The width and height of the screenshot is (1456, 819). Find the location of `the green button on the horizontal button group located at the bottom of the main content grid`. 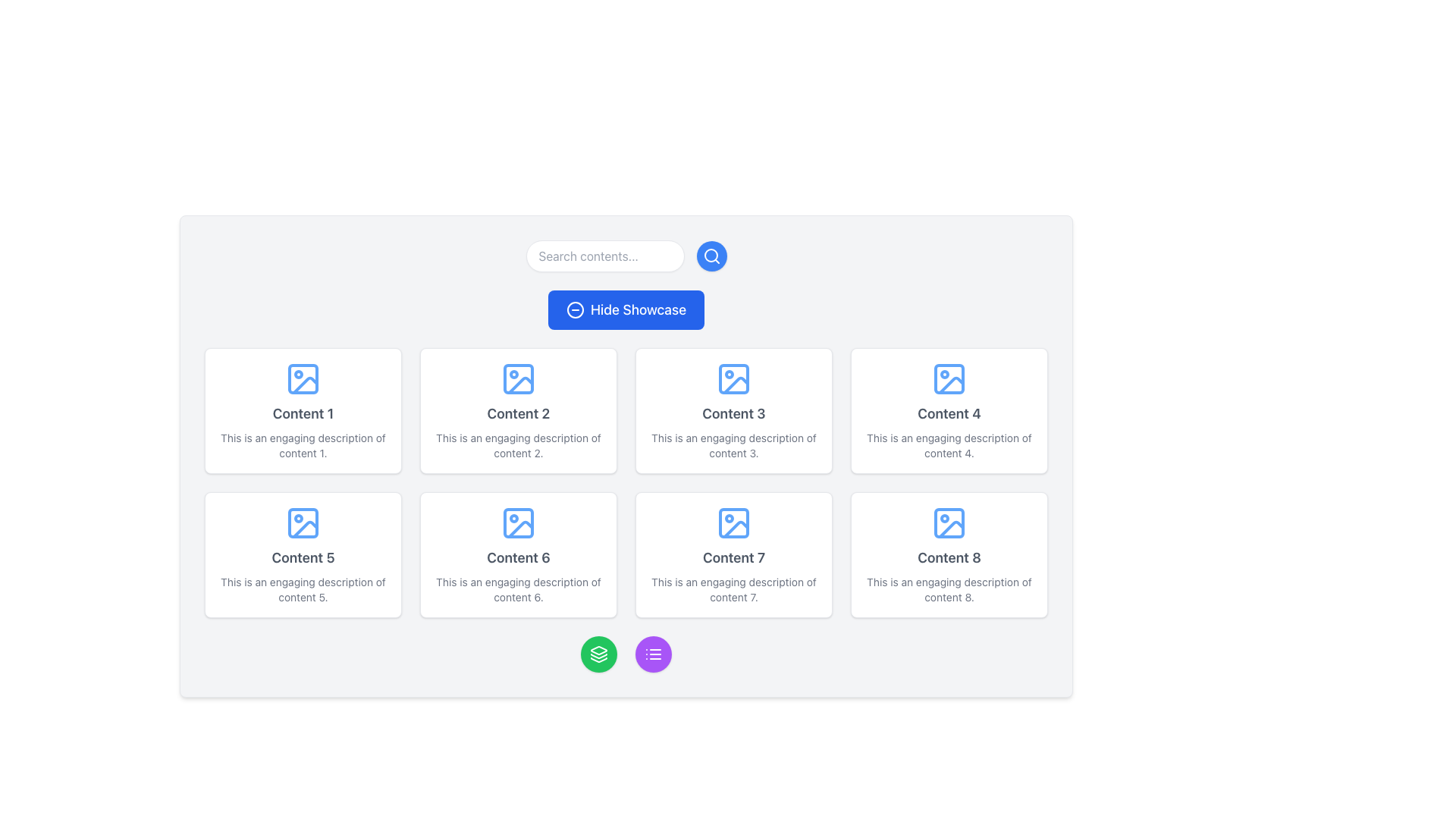

the green button on the horizontal button group located at the bottom of the main content grid is located at coordinates (626, 654).